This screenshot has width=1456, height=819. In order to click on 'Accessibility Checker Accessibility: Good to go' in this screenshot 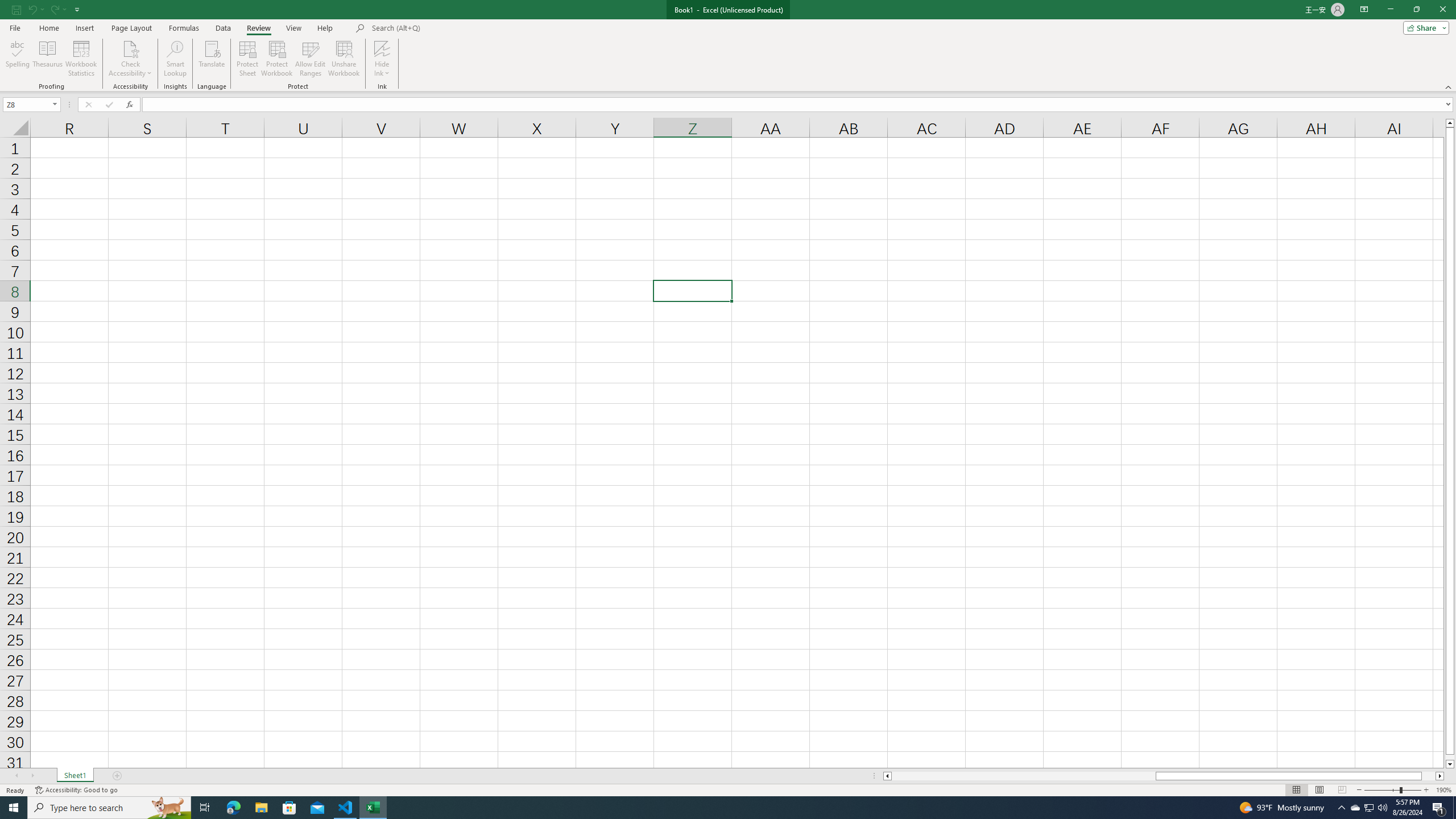, I will do `click(76, 790)`.